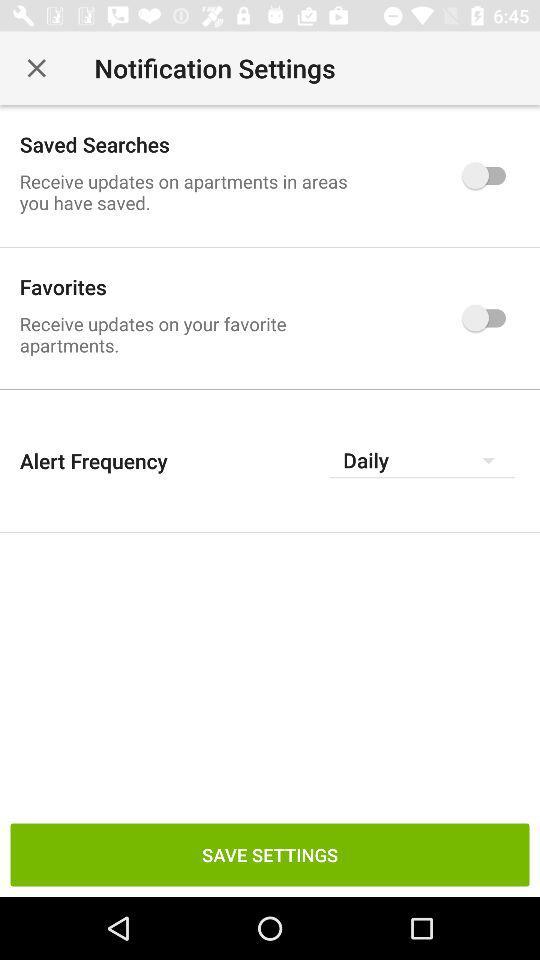 This screenshot has height=960, width=540. I want to click on turn on, so click(488, 318).